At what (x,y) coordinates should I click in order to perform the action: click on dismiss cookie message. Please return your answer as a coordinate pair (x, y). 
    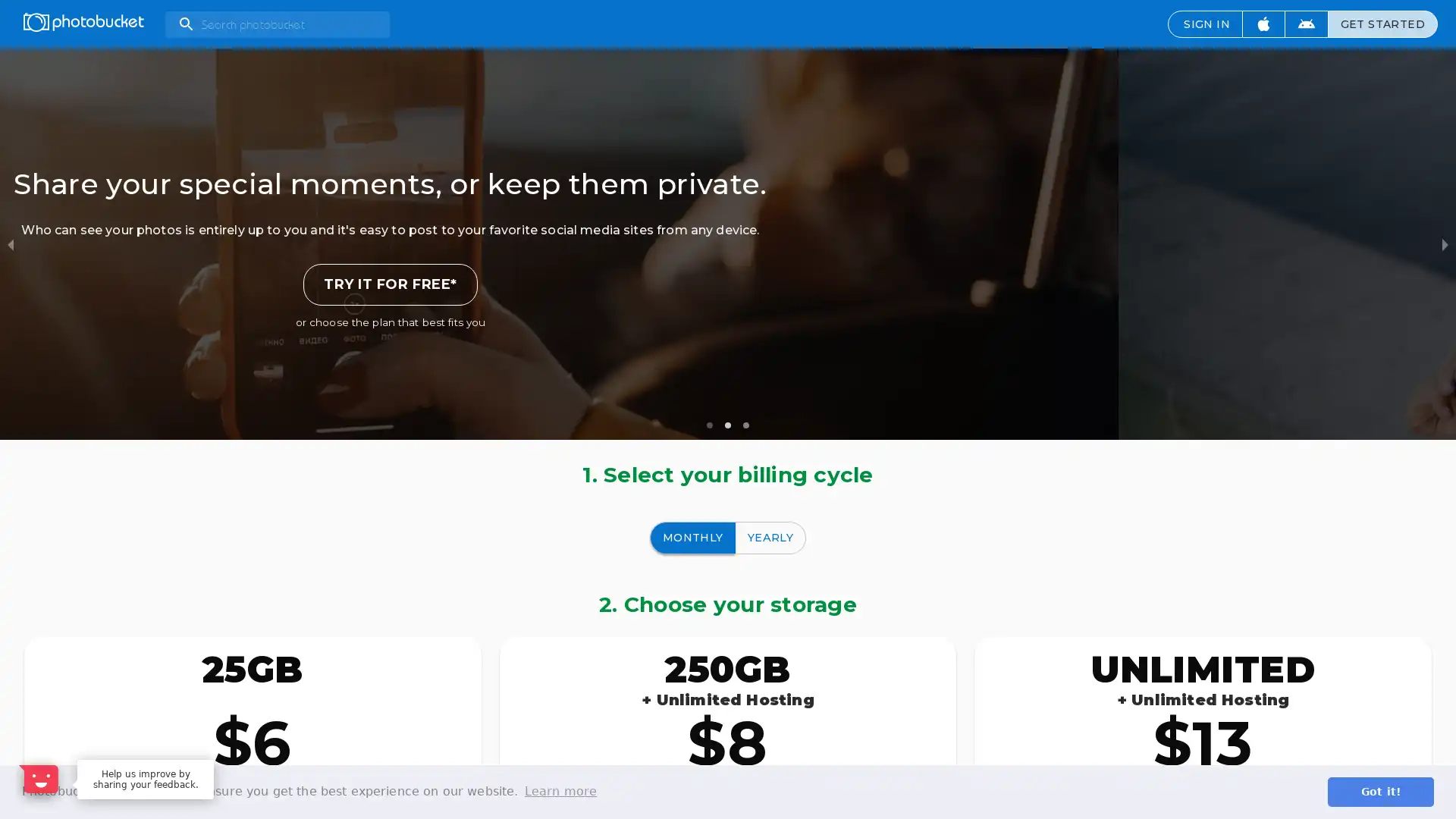
    Looking at the image, I should click on (1380, 791).